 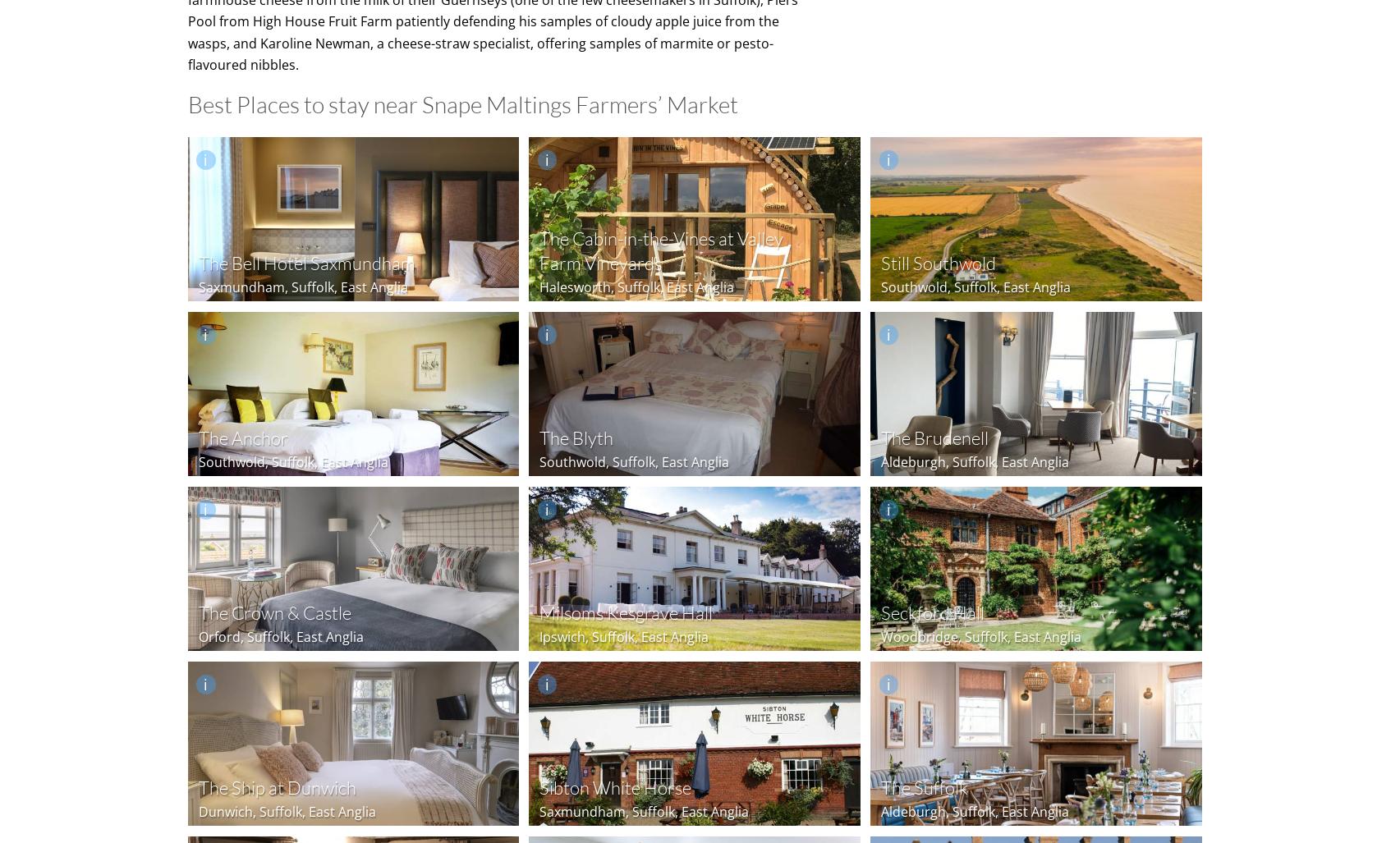 I want to click on 'Halesworth', so click(x=575, y=286).